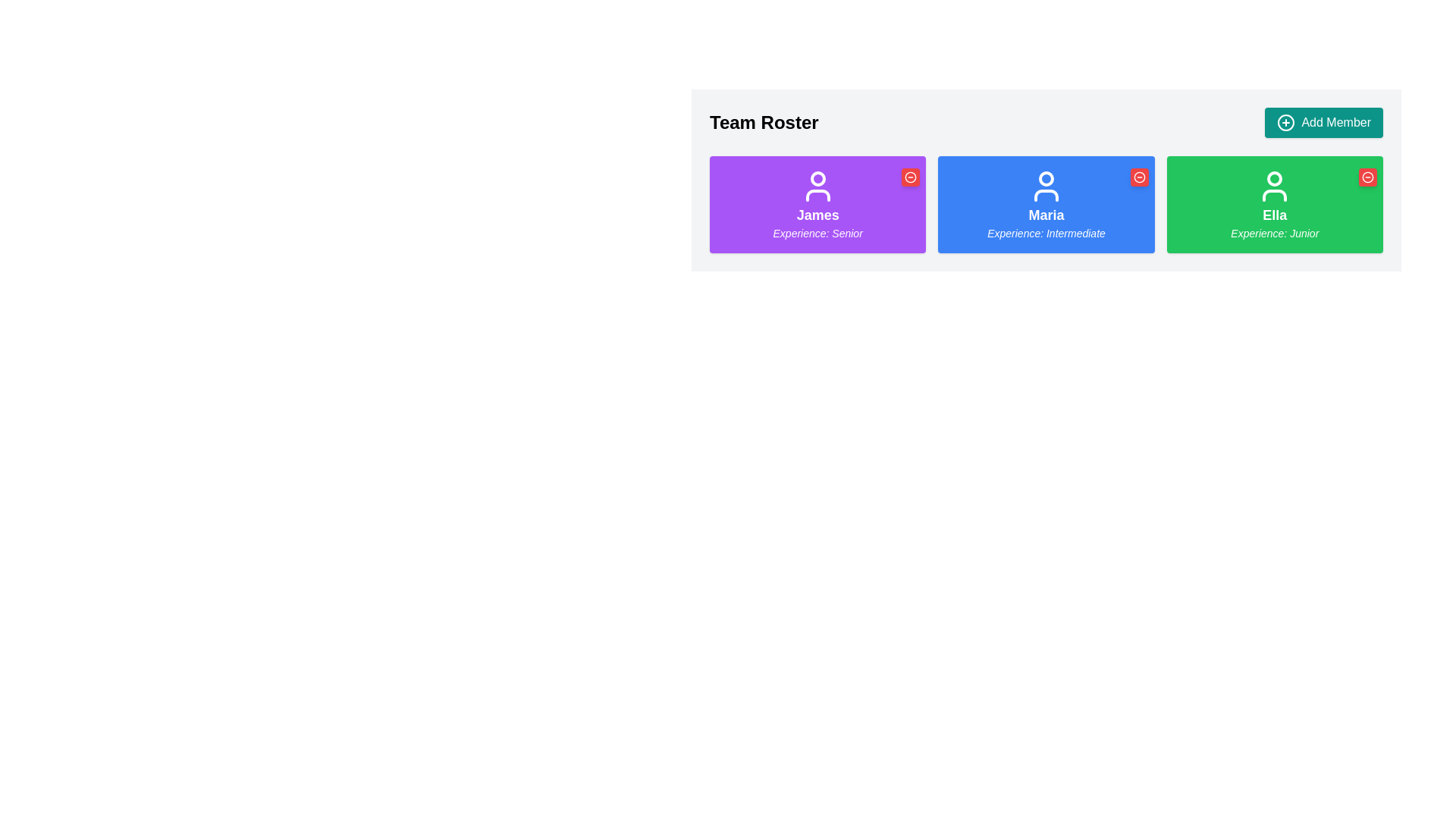 The width and height of the screenshot is (1456, 819). Describe the element at coordinates (817, 205) in the screenshot. I see `the informational card displaying details about James, which is the leftmost card in a row of three, characterized by a purple background with rounded corners` at that location.